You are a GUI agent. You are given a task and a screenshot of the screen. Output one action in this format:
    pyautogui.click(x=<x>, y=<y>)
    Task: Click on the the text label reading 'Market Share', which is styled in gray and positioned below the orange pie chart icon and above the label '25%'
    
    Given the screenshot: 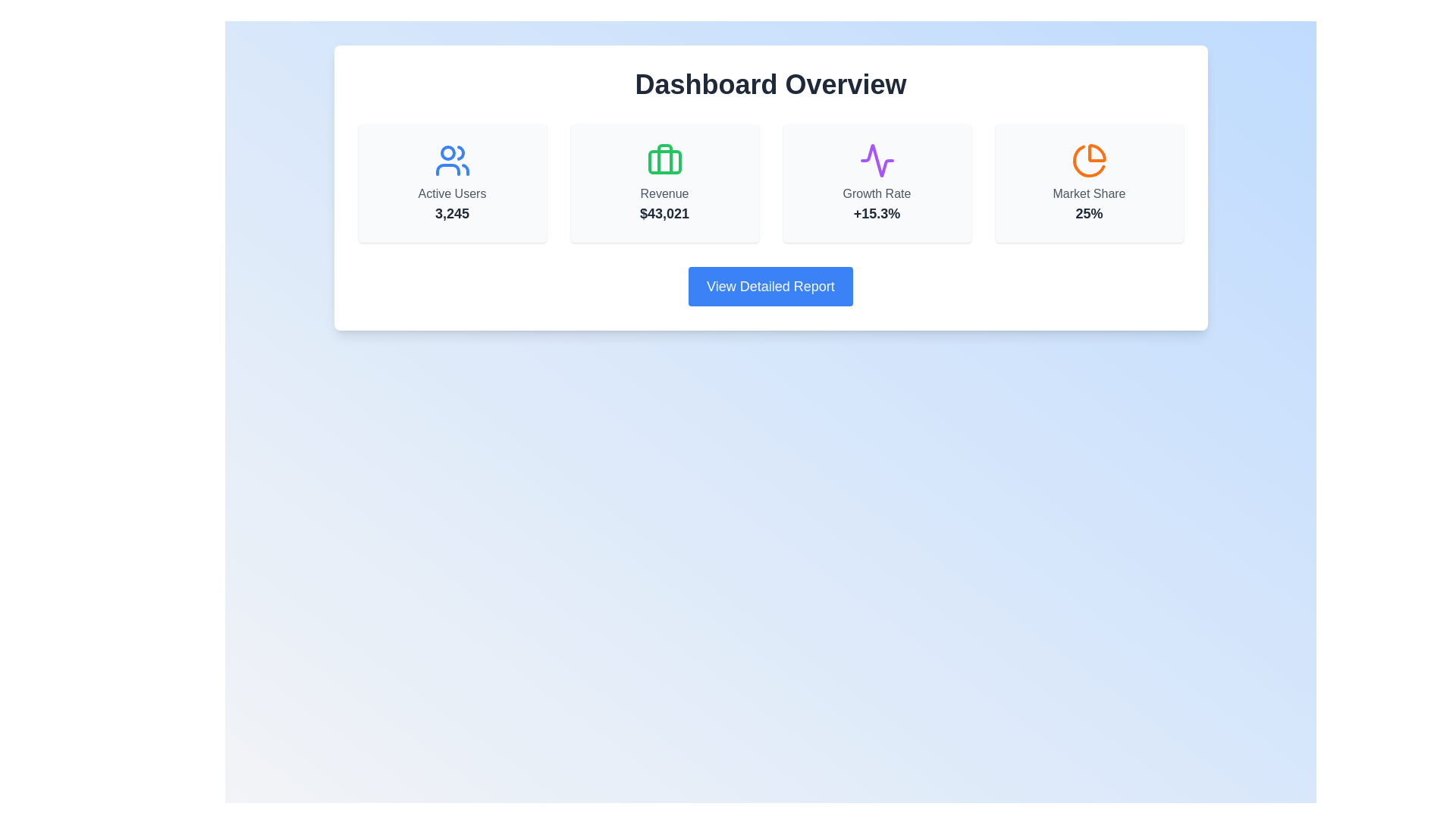 What is the action you would take?
    pyautogui.click(x=1088, y=193)
    